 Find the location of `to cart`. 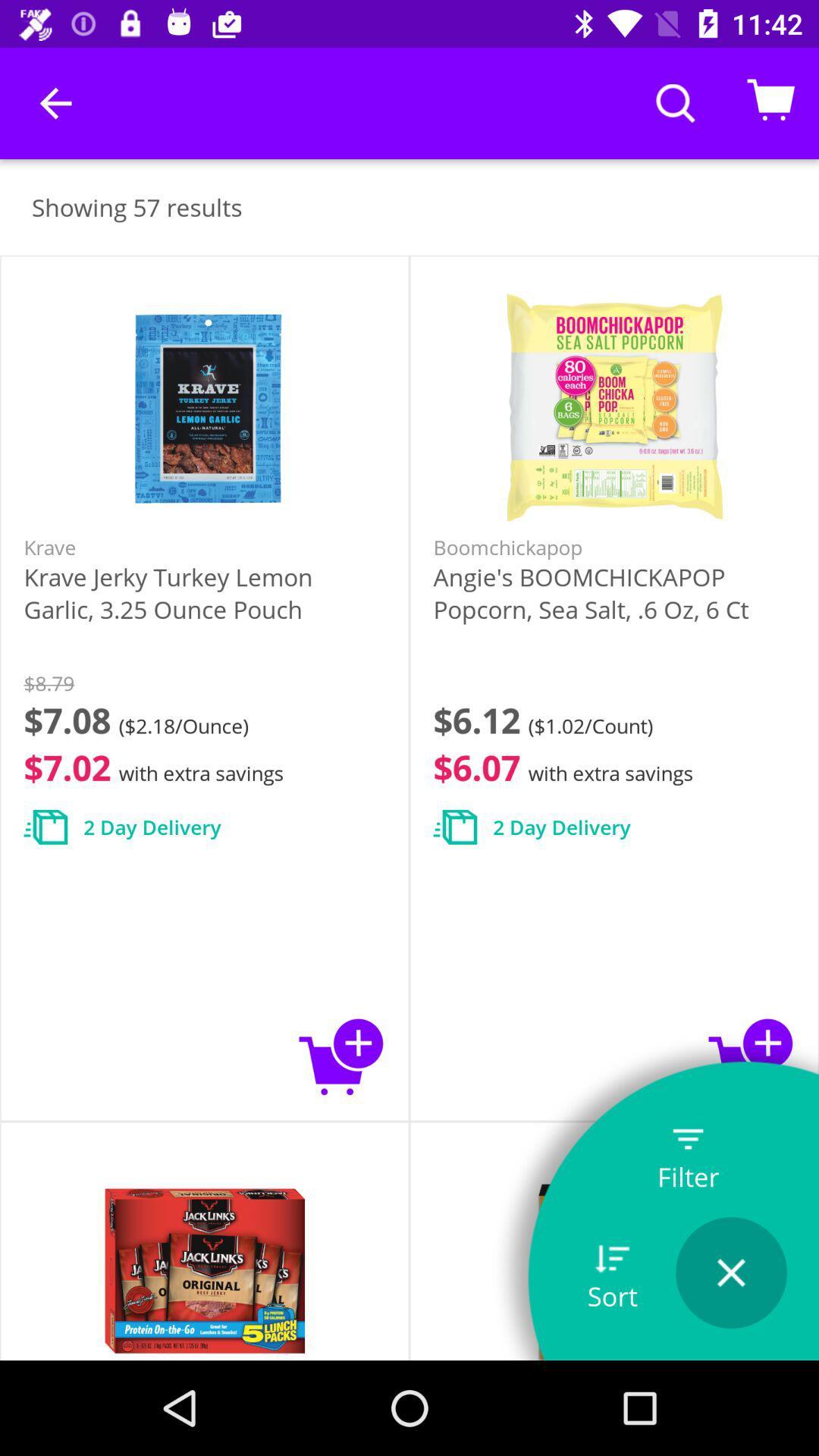

to cart is located at coordinates (342, 1056).